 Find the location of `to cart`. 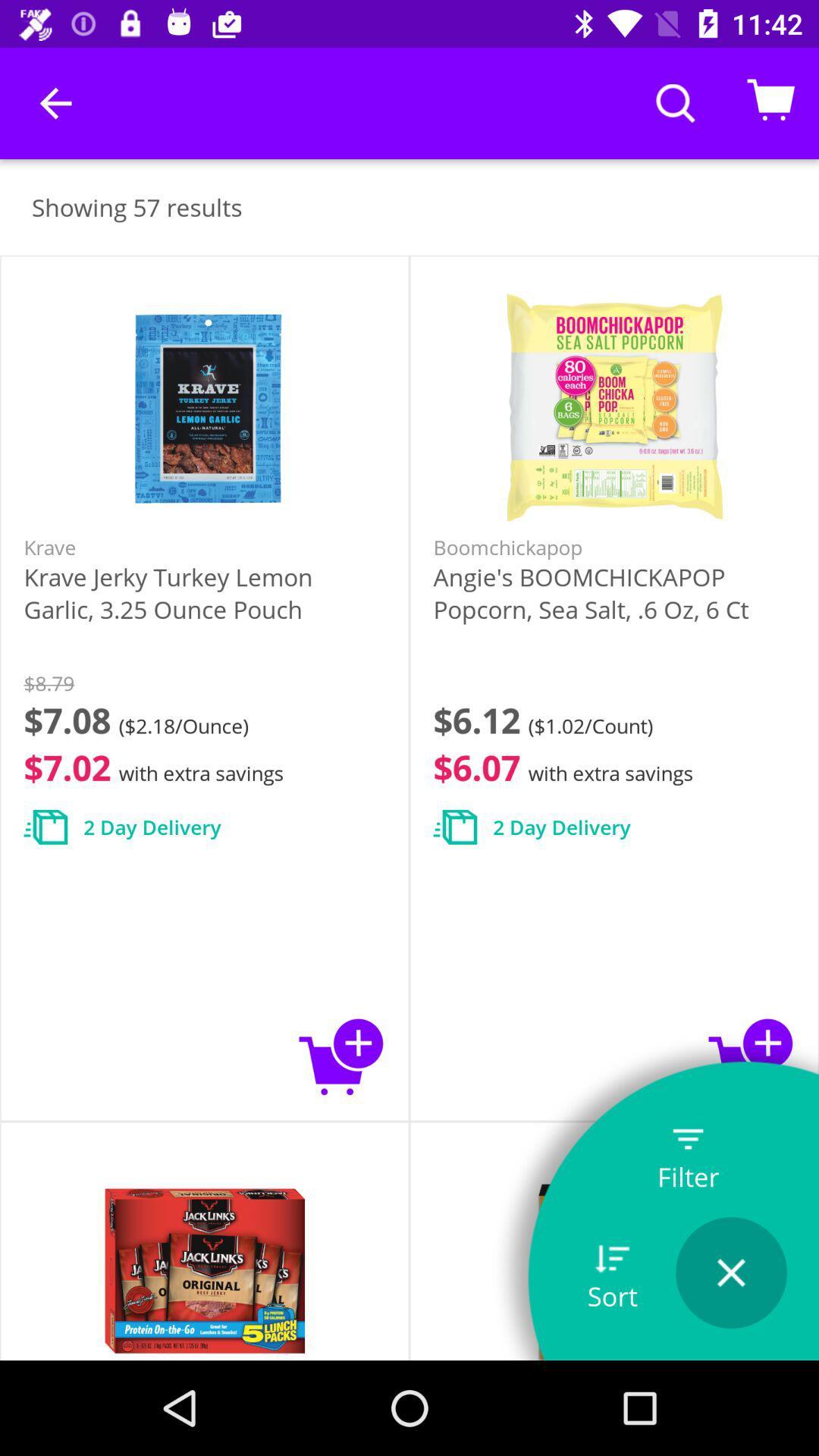

to cart is located at coordinates (342, 1056).